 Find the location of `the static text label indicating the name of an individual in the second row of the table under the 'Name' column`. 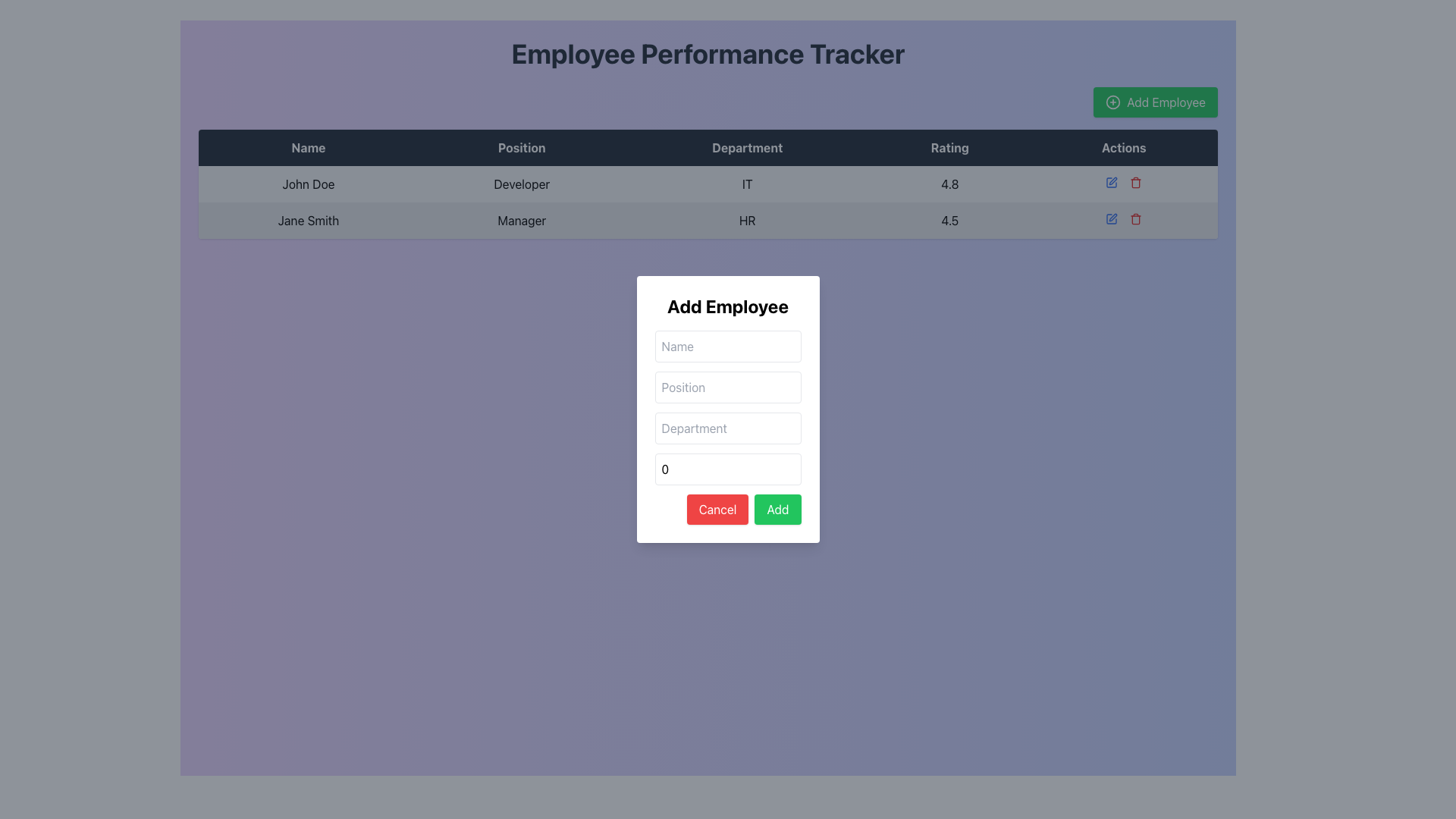

the static text label indicating the name of an individual in the second row of the table under the 'Name' column is located at coordinates (308, 220).